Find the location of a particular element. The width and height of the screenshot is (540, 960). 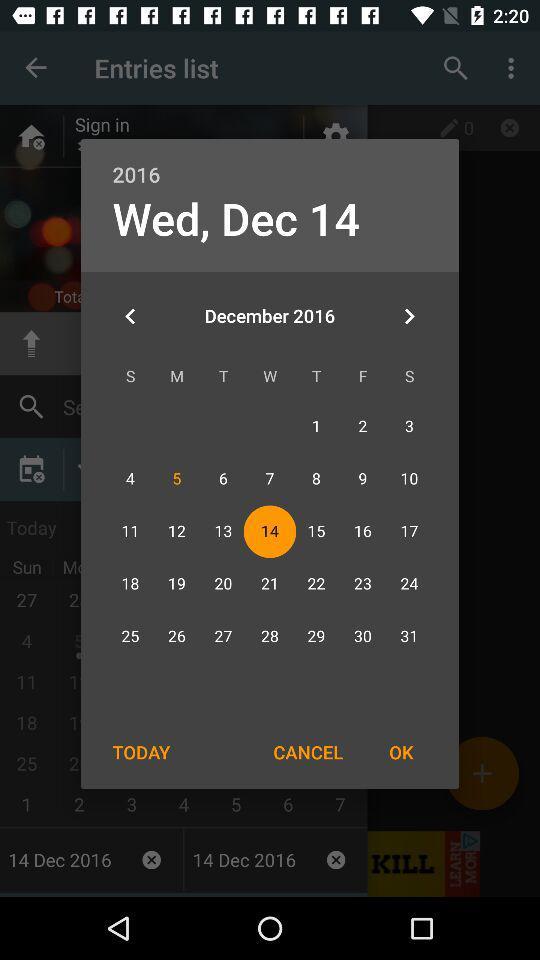

icon to the right of the cancel item is located at coordinates (401, 751).